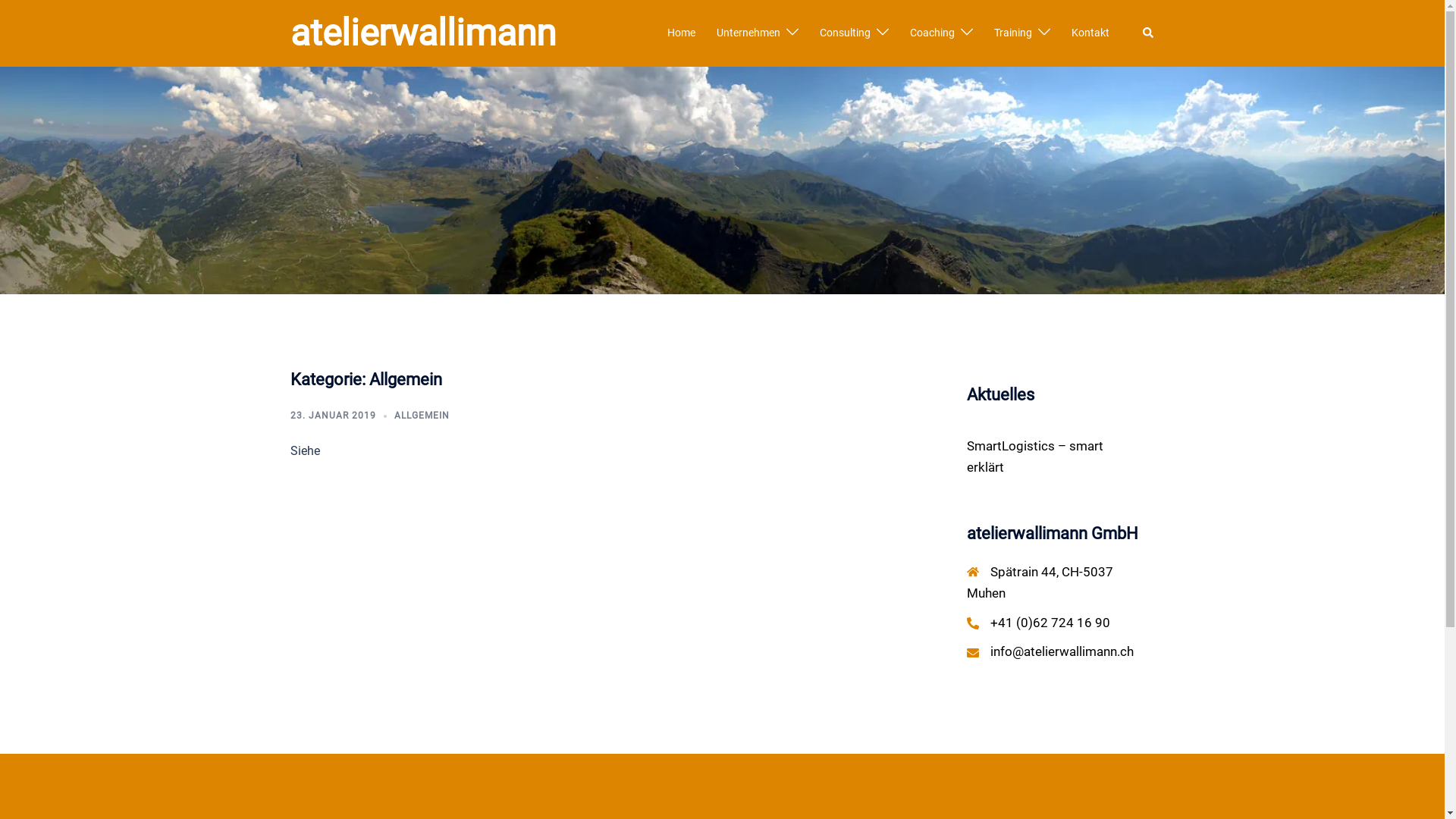 The width and height of the screenshot is (1456, 819). What do you see at coordinates (1012, 33) in the screenshot?
I see `'Training'` at bounding box center [1012, 33].